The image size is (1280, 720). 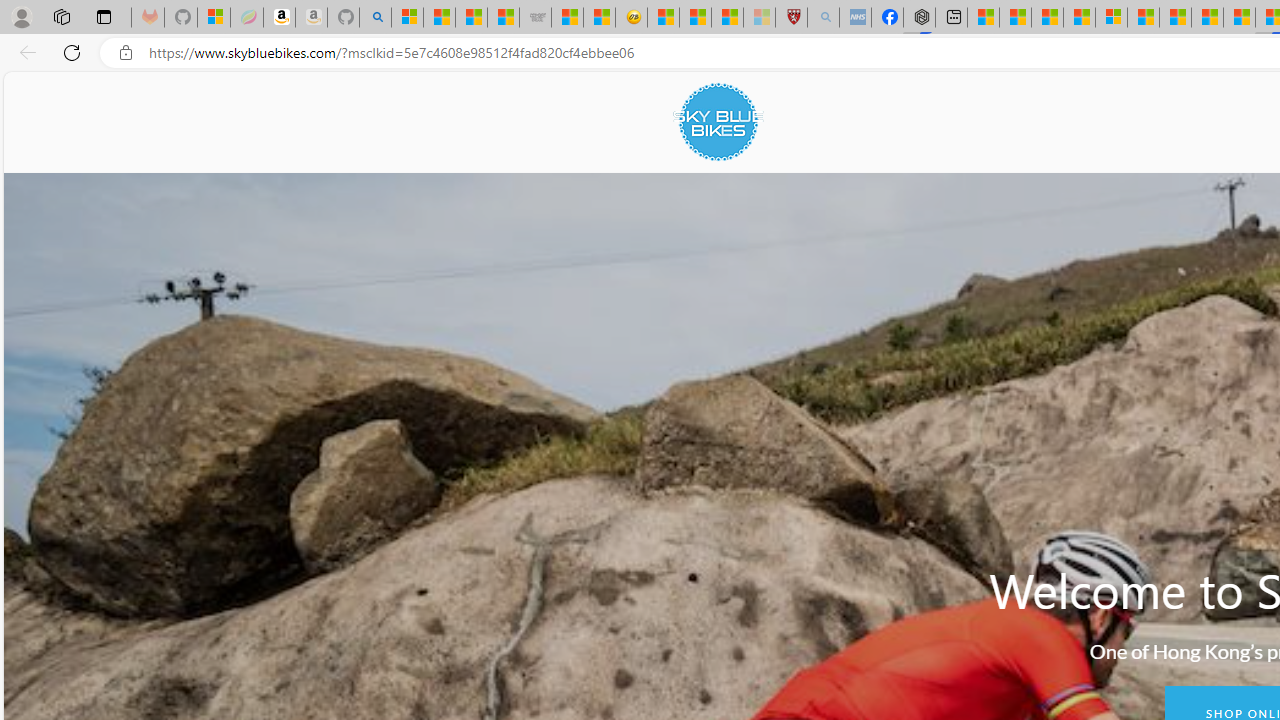 What do you see at coordinates (503, 17) in the screenshot?
I see `'Stocks - MSN'` at bounding box center [503, 17].